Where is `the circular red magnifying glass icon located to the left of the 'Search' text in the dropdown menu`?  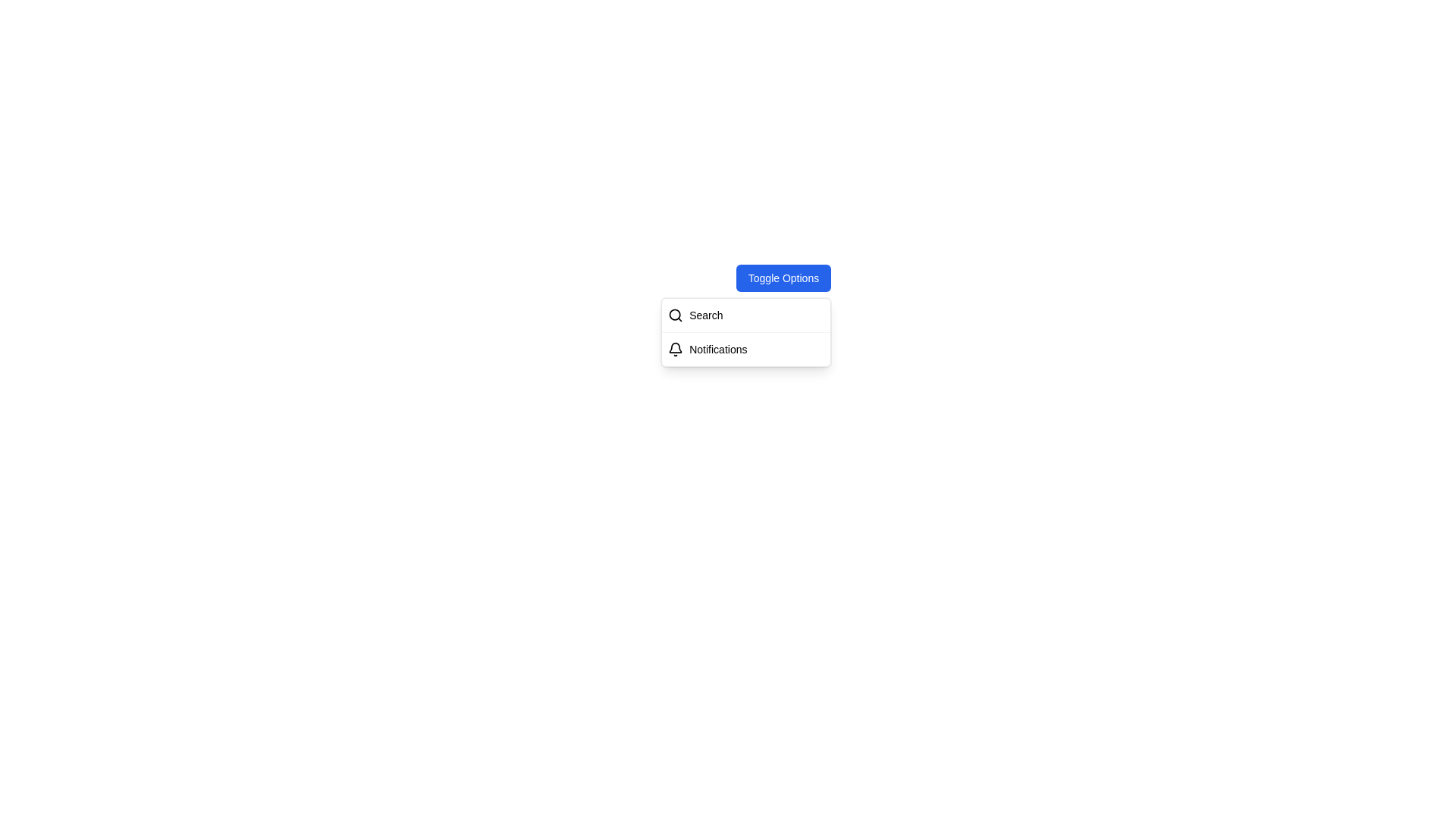 the circular red magnifying glass icon located to the left of the 'Search' text in the dropdown menu is located at coordinates (674, 314).